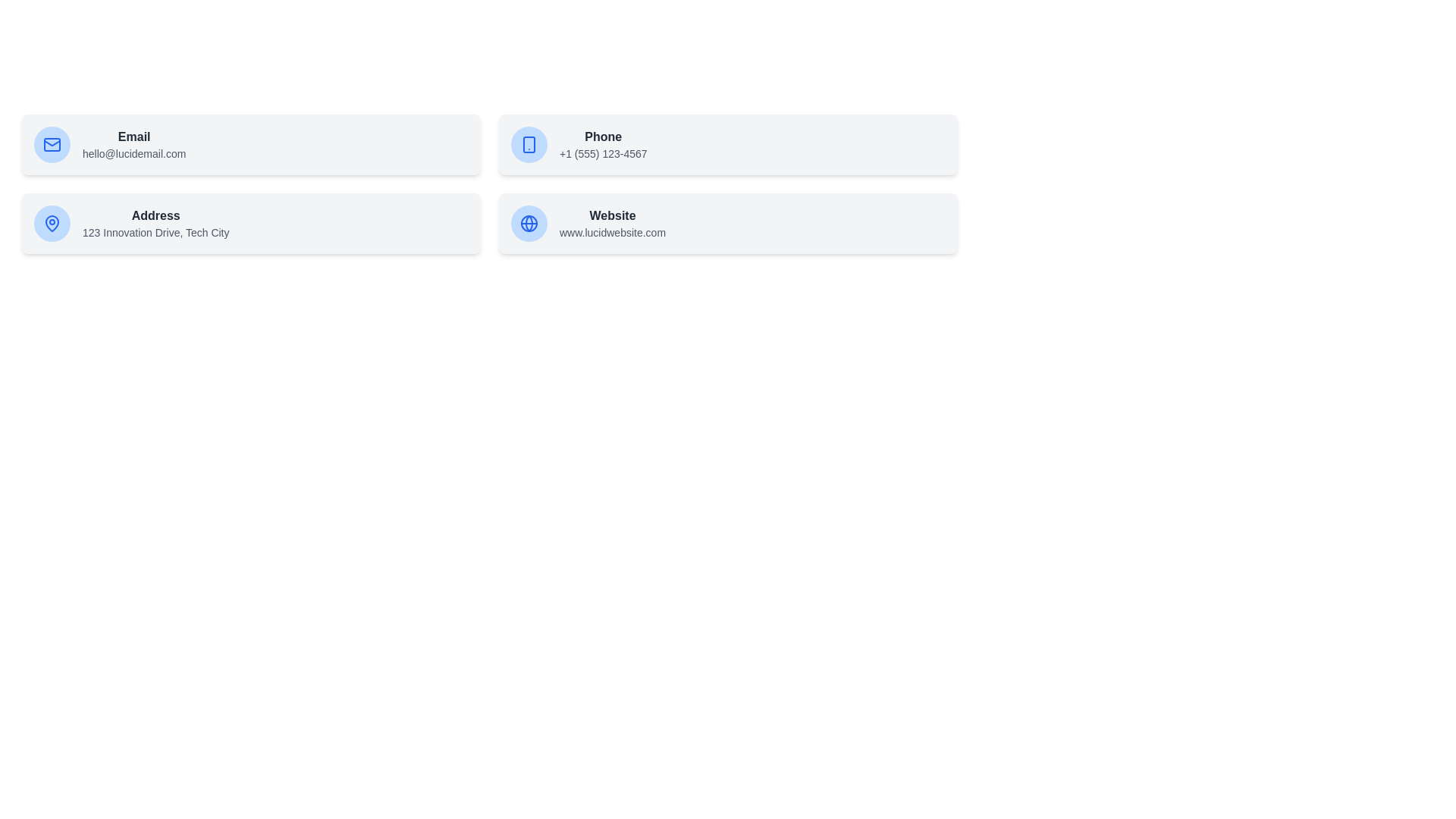 The image size is (1456, 819). Describe the element at coordinates (529, 223) in the screenshot. I see `the globe icon, which is the fourth box from the left labeled 'Website' in a horizontally aligned set of similar boxes` at that location.